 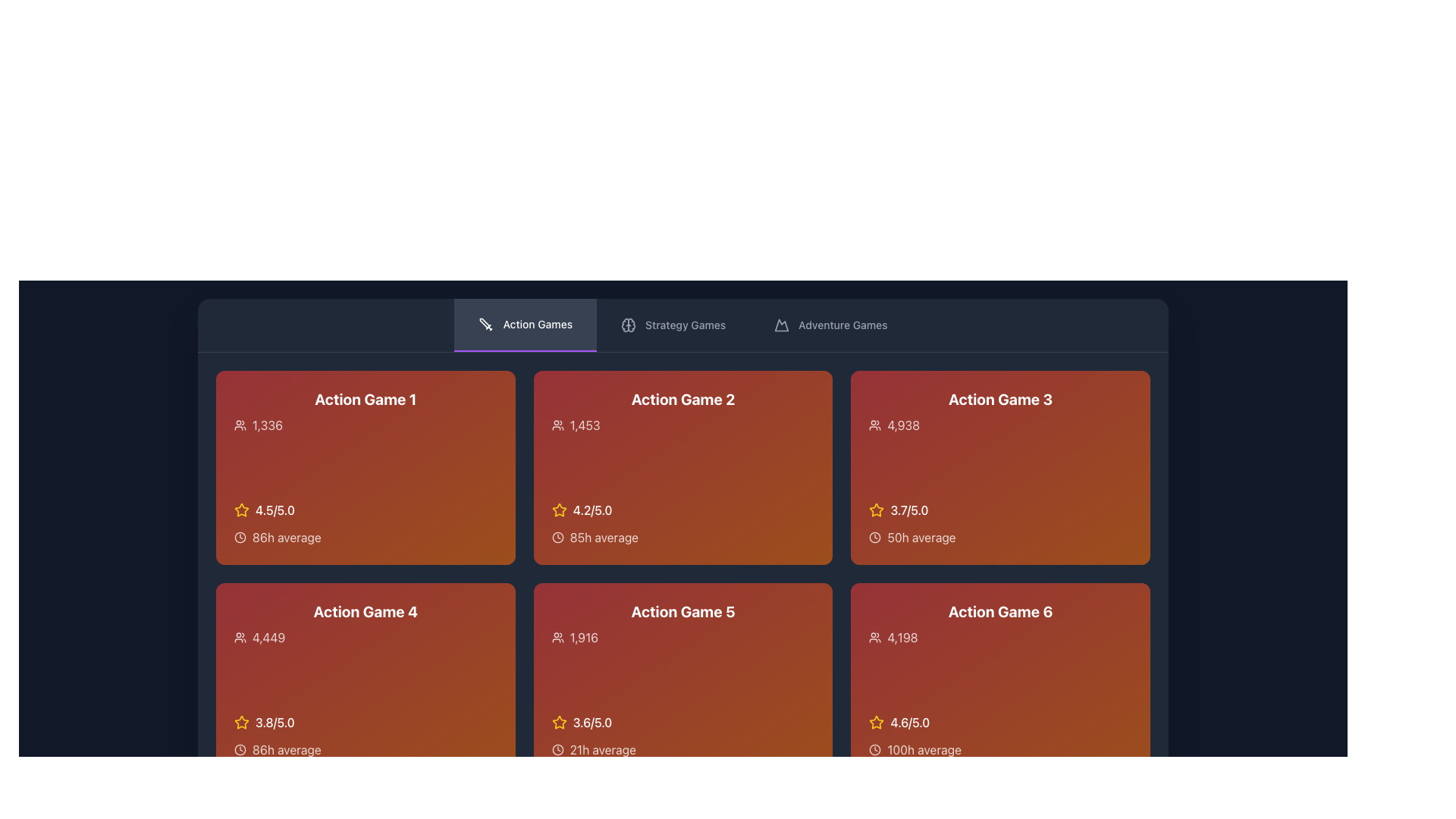 What do you see at coordinates (591, 721) in the screenshot?
I see `the rating score displayed as a fraction in the text display located towards the bottom left corner of the 'Action Game 5' card, beneath the numeric user count` at bounding box center [591, 721].